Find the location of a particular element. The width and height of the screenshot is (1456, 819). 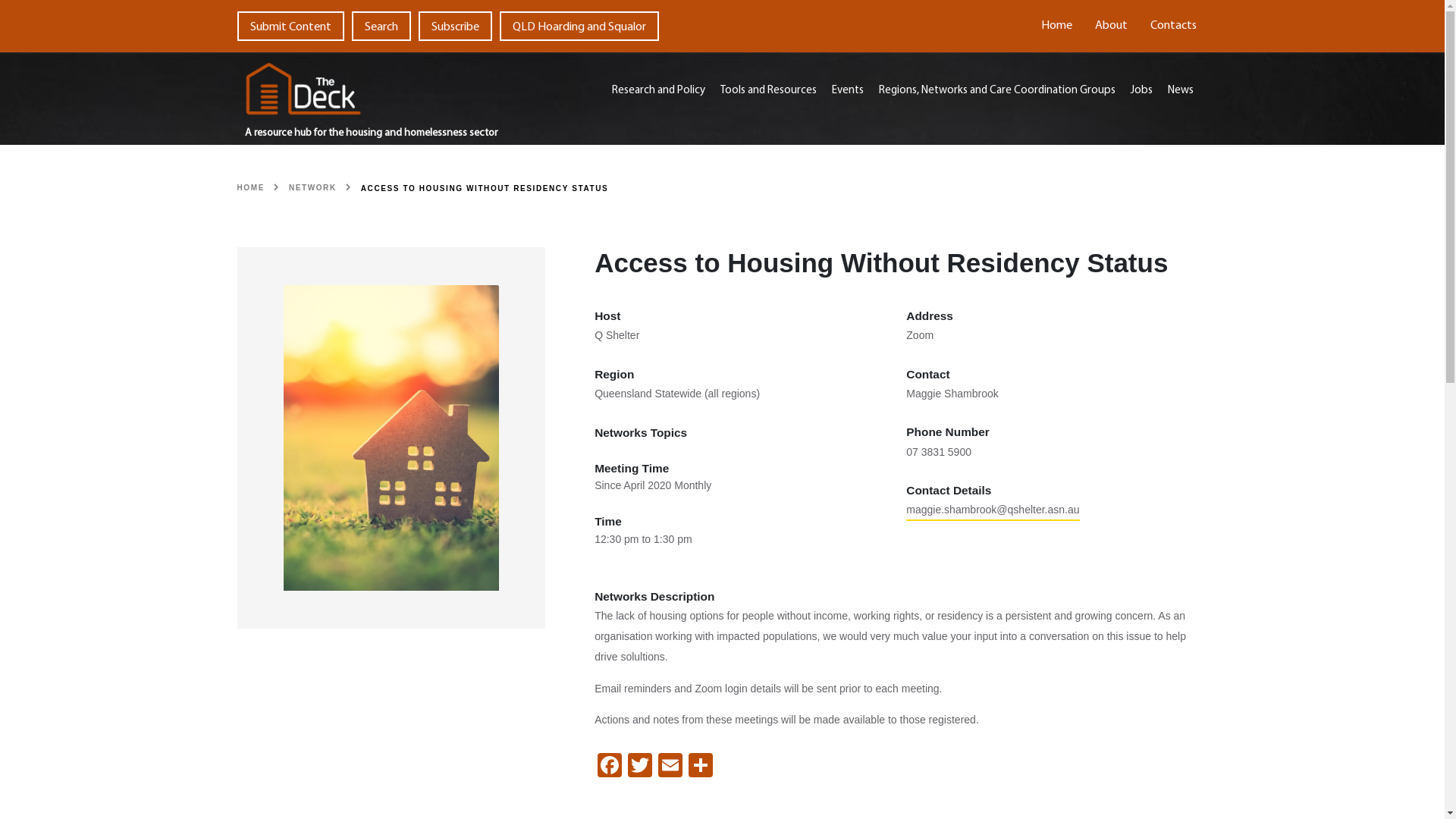

'Submit Content' is located at coordinates (290, 26).